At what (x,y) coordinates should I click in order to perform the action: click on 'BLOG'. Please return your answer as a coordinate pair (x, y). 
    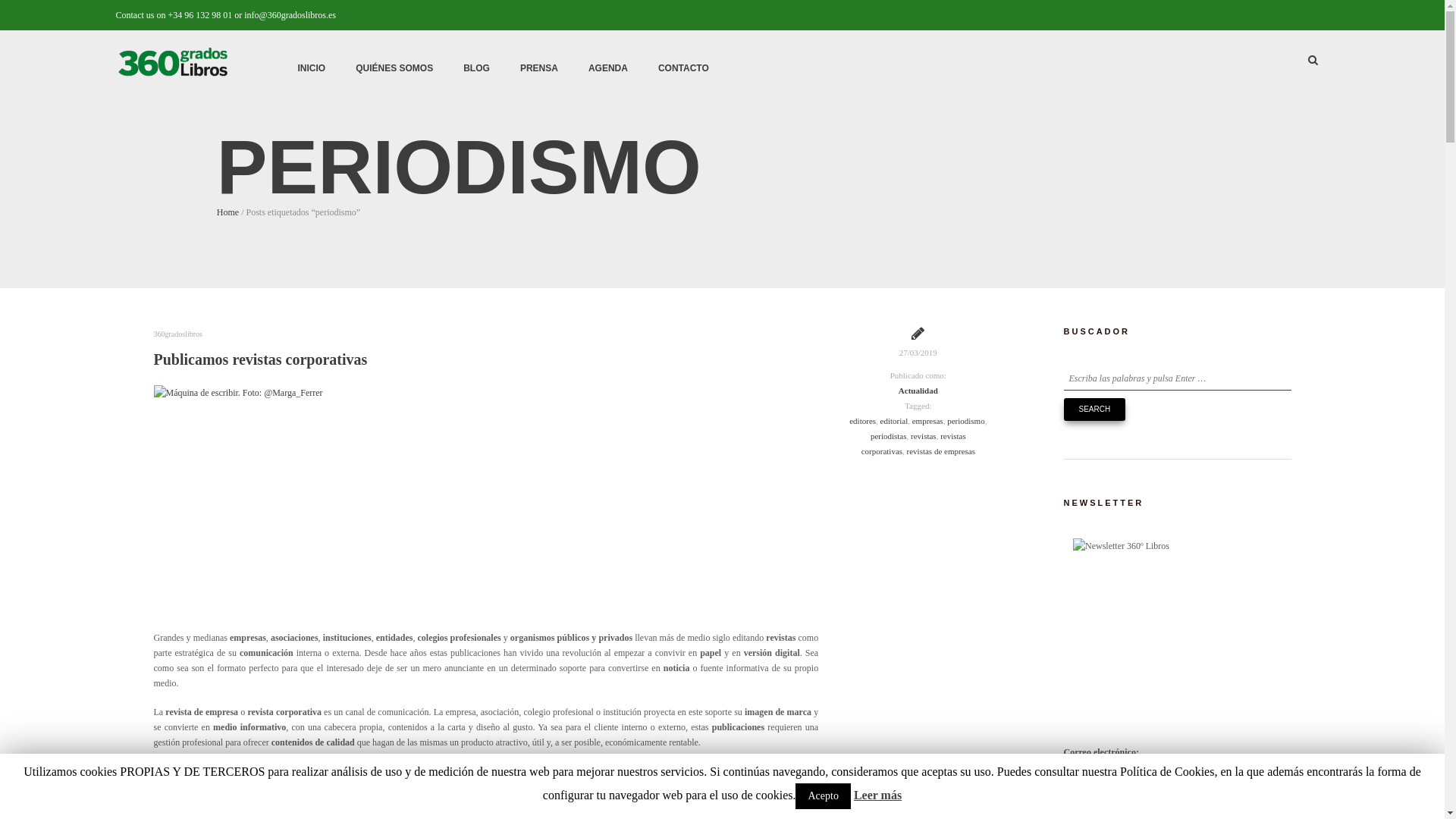
    Looking at the image, I should click on (475, 67).